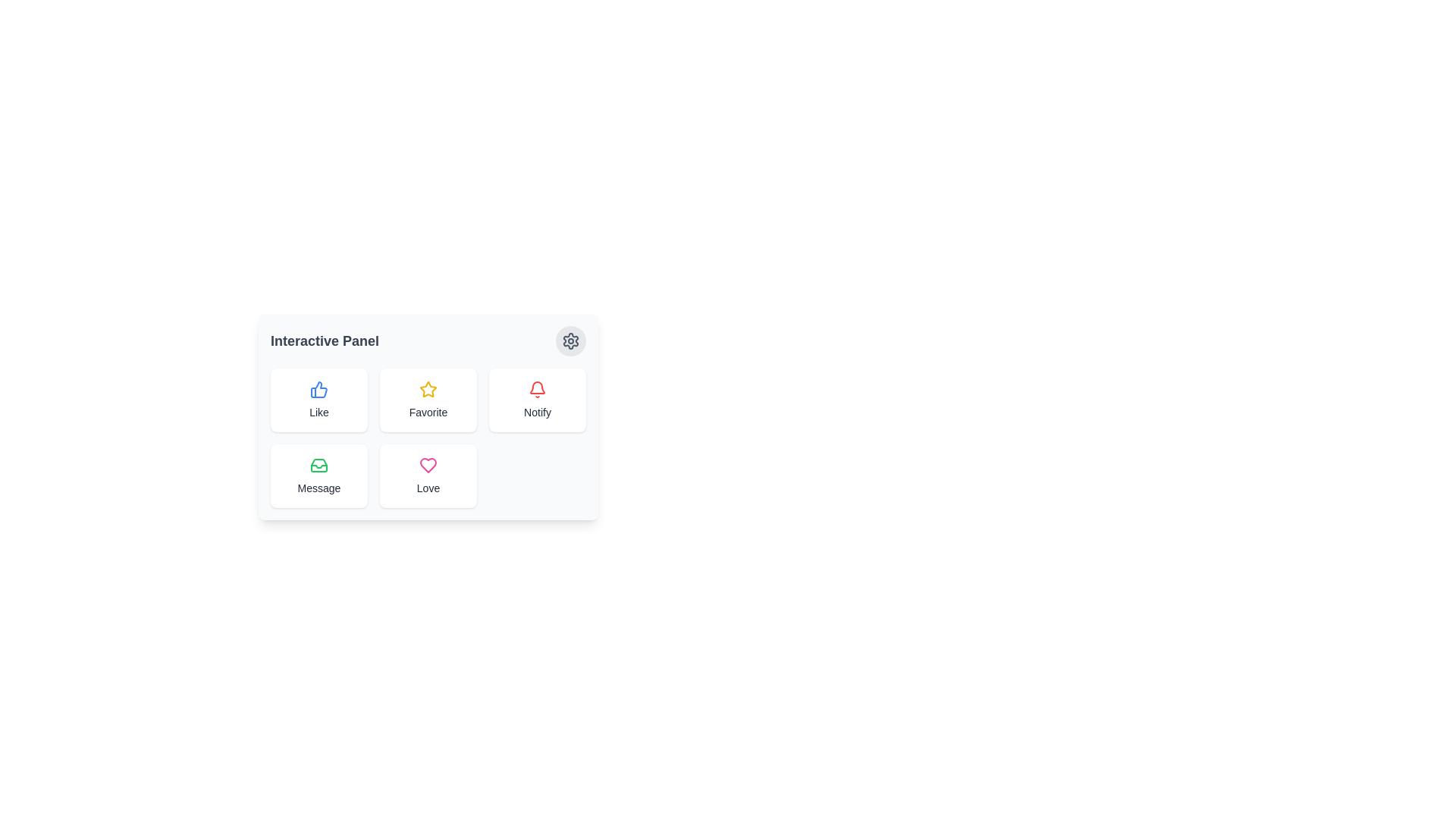  I want to click on the 'Love' button, which is a vertically aligned box with a white background, rounded corners, a pink heart icon, and small gray text below it, so click(428, 475).